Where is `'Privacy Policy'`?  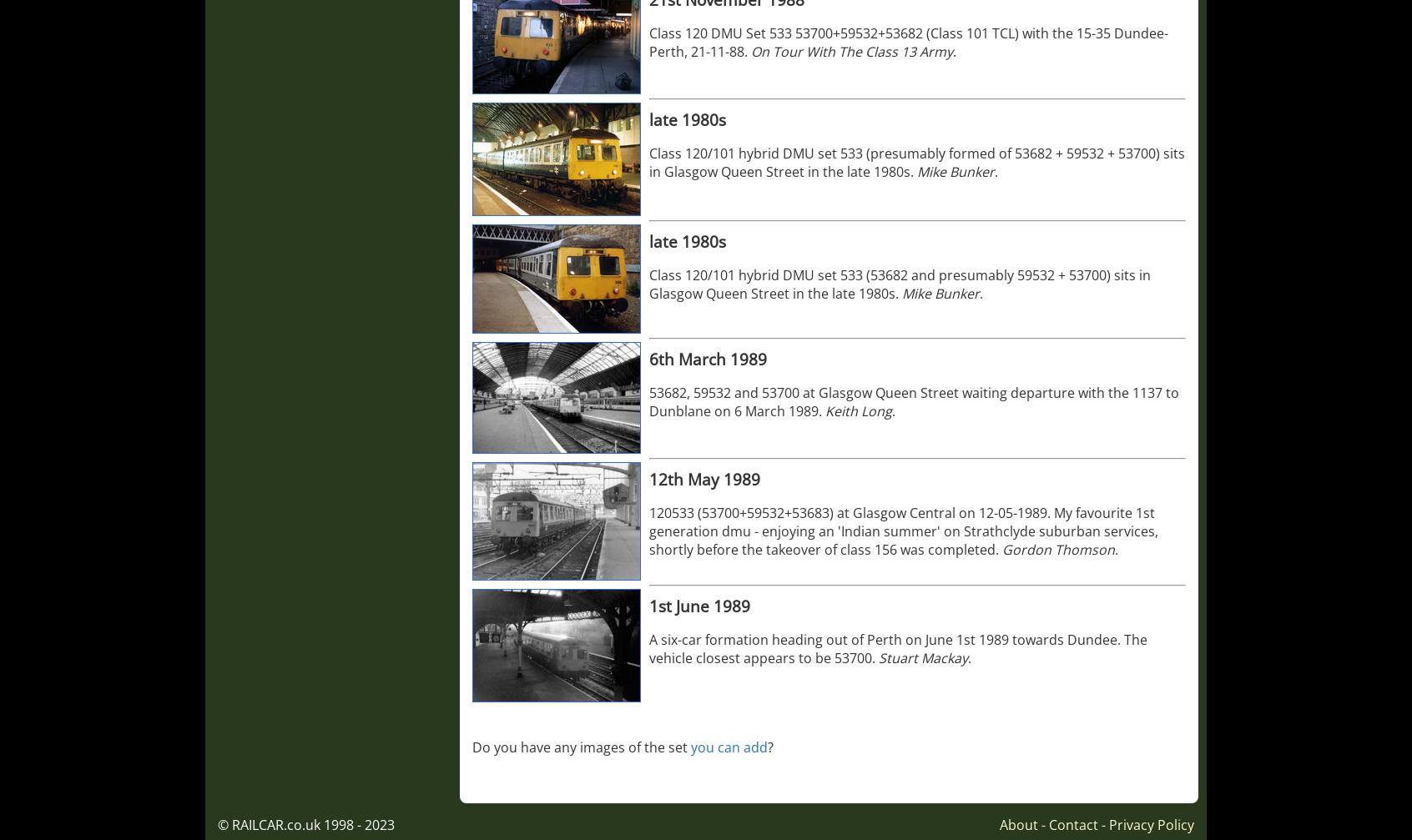
'Privacy Policy' is located at coordinates (1151, 823).